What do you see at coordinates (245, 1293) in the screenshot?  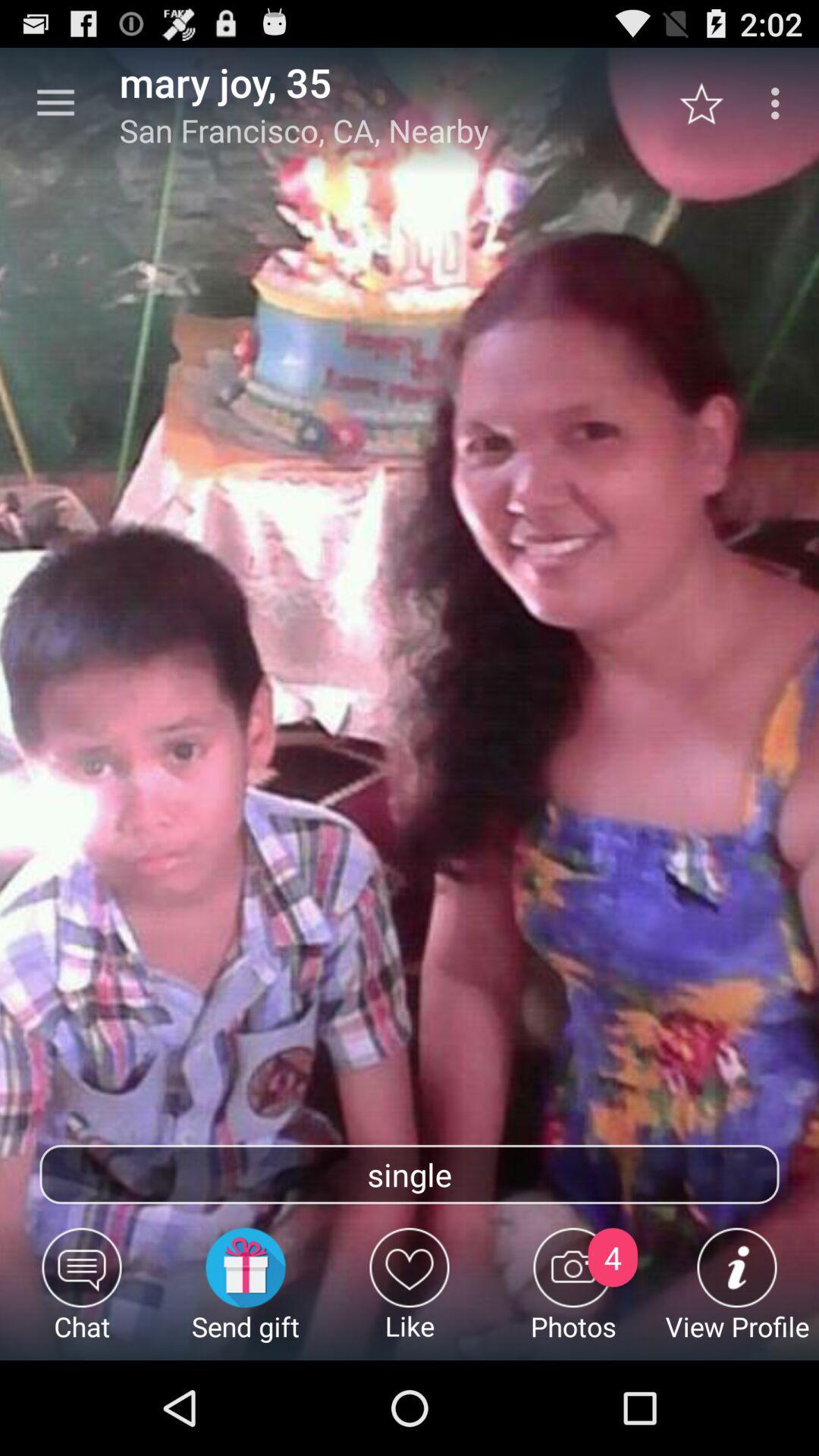 I see `the send gift icon` at bounding box center [245, 1293].